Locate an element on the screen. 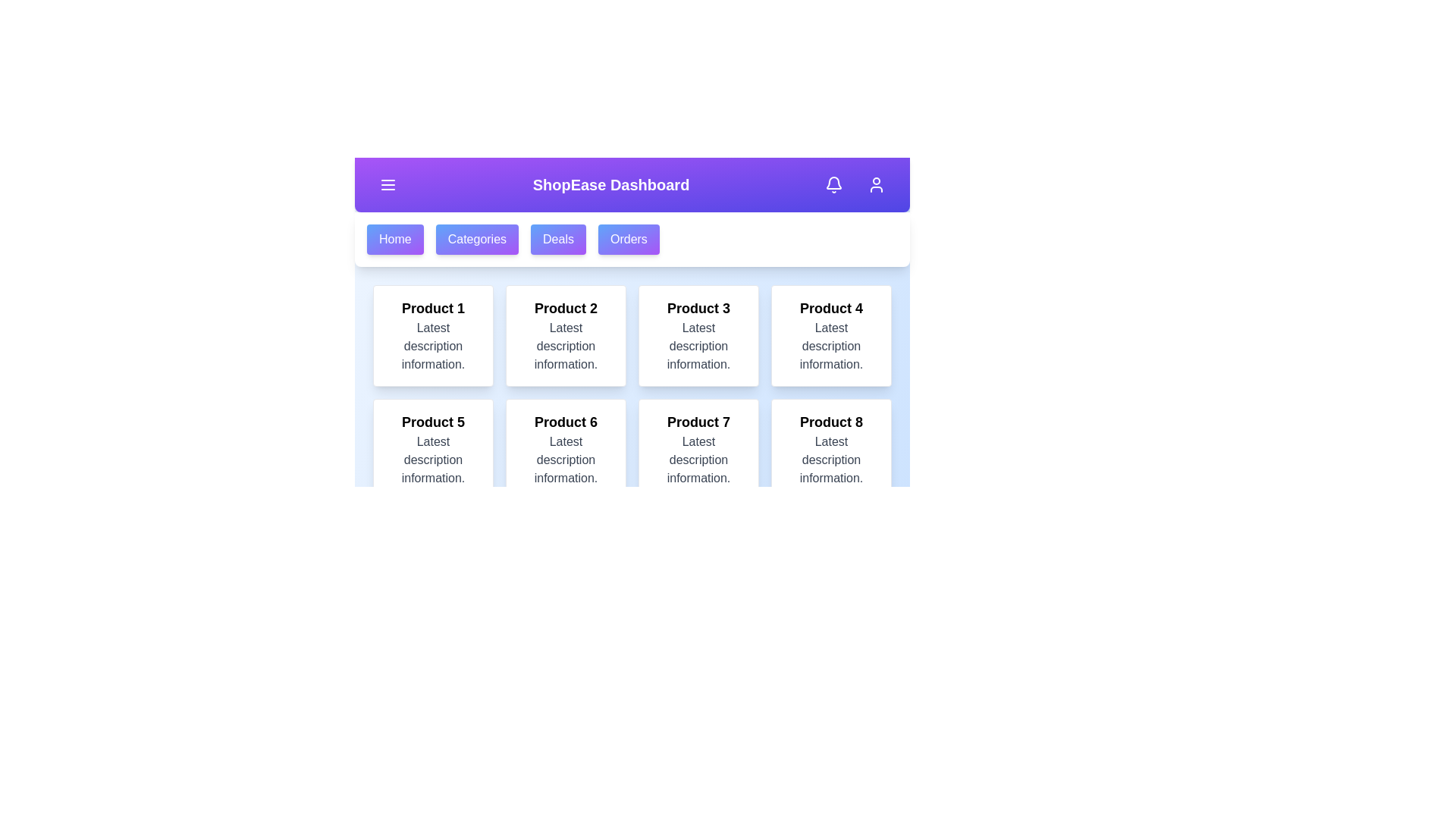 This screenshot has height=819, width=1456. menu toggle button to toggle the main menu visibility is located at coordinates (388, 184).